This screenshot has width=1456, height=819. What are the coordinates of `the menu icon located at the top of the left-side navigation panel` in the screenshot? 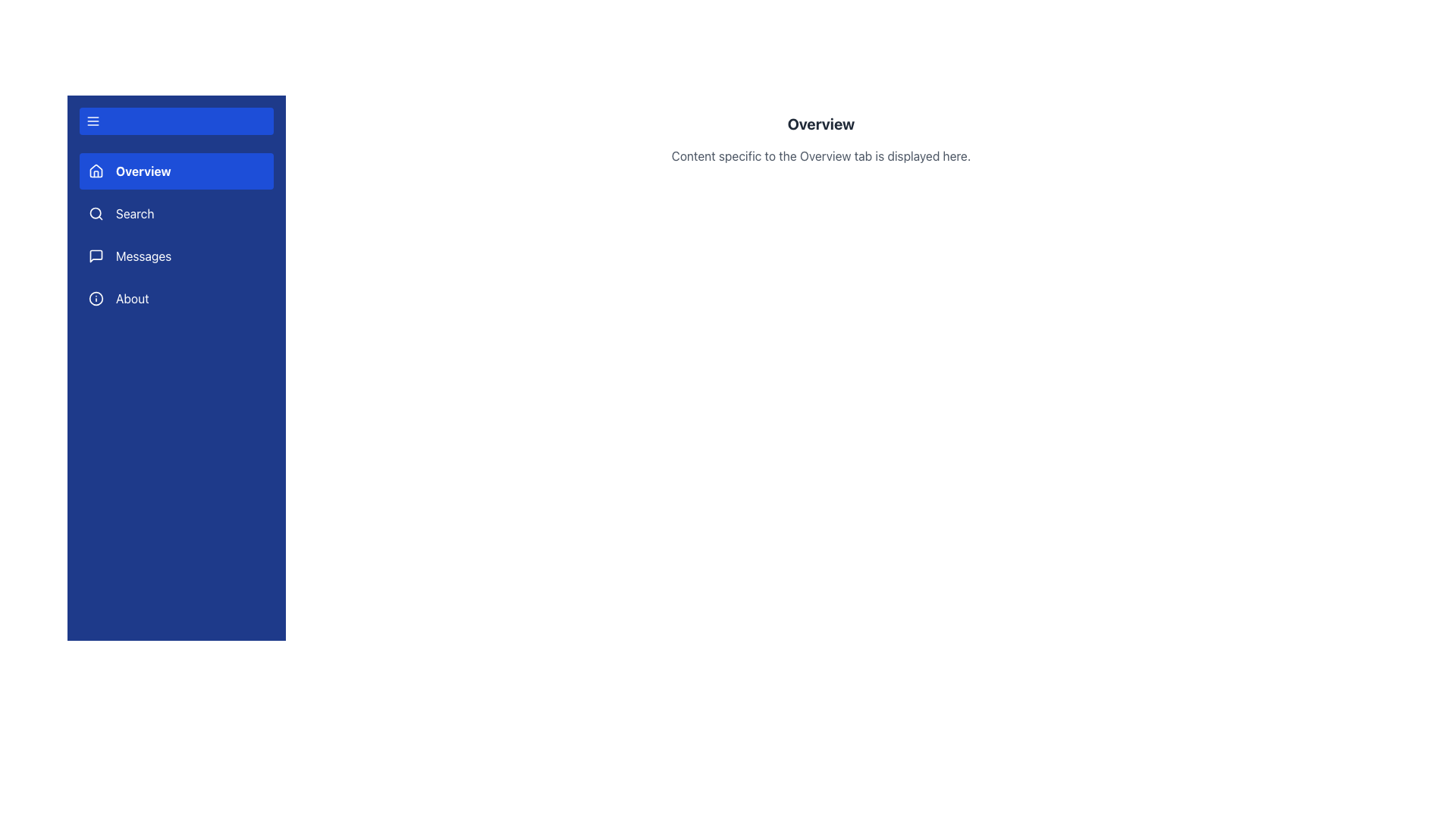 It's located at (93, 120).